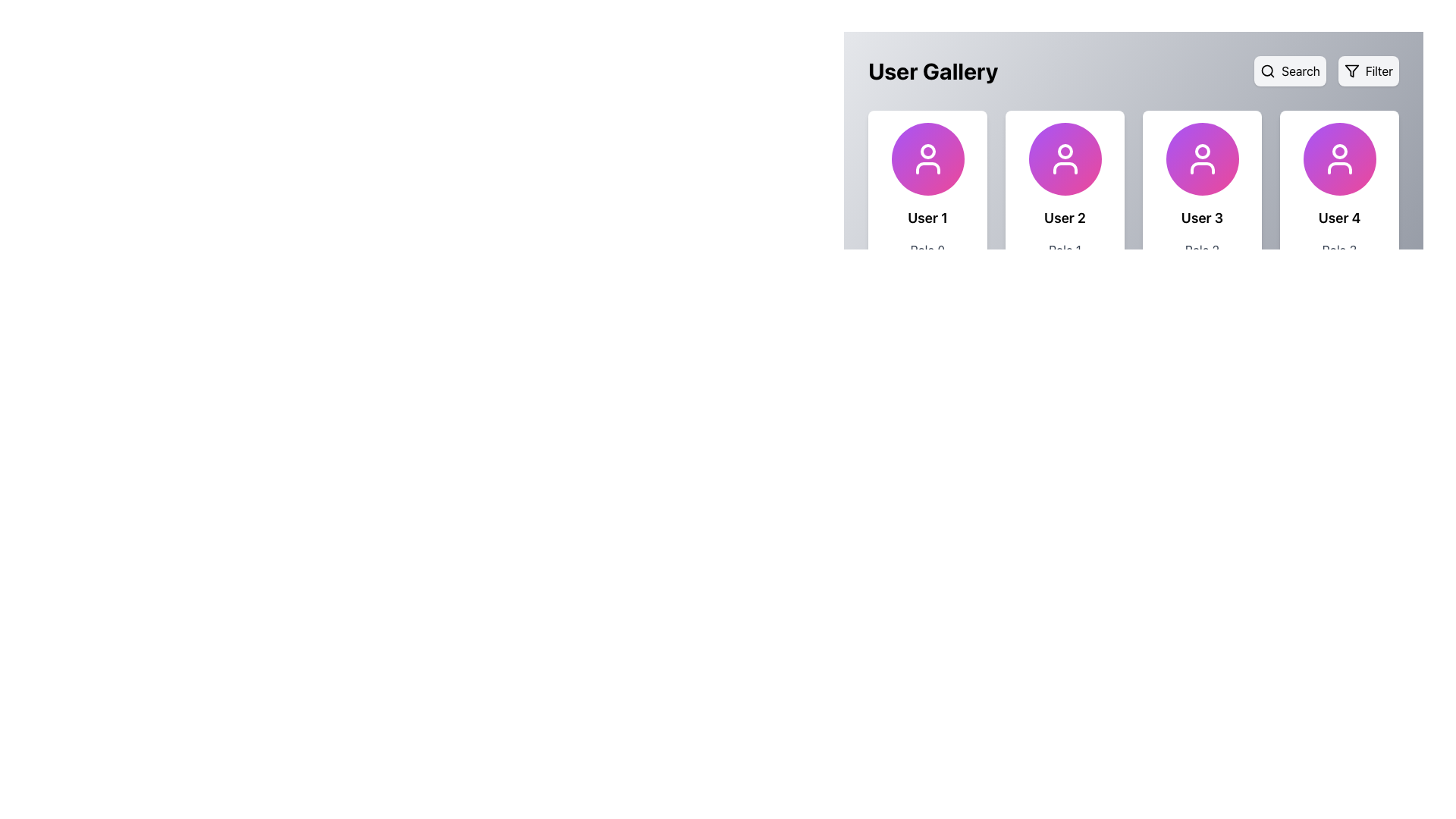 The image size is (1456, 819). Describe the element at coordinates (1064, 168) in the screenshot. I see `the base or shoulders of the user profile icon for 'User 2' located within the purple circular area of the card tile` at that location.